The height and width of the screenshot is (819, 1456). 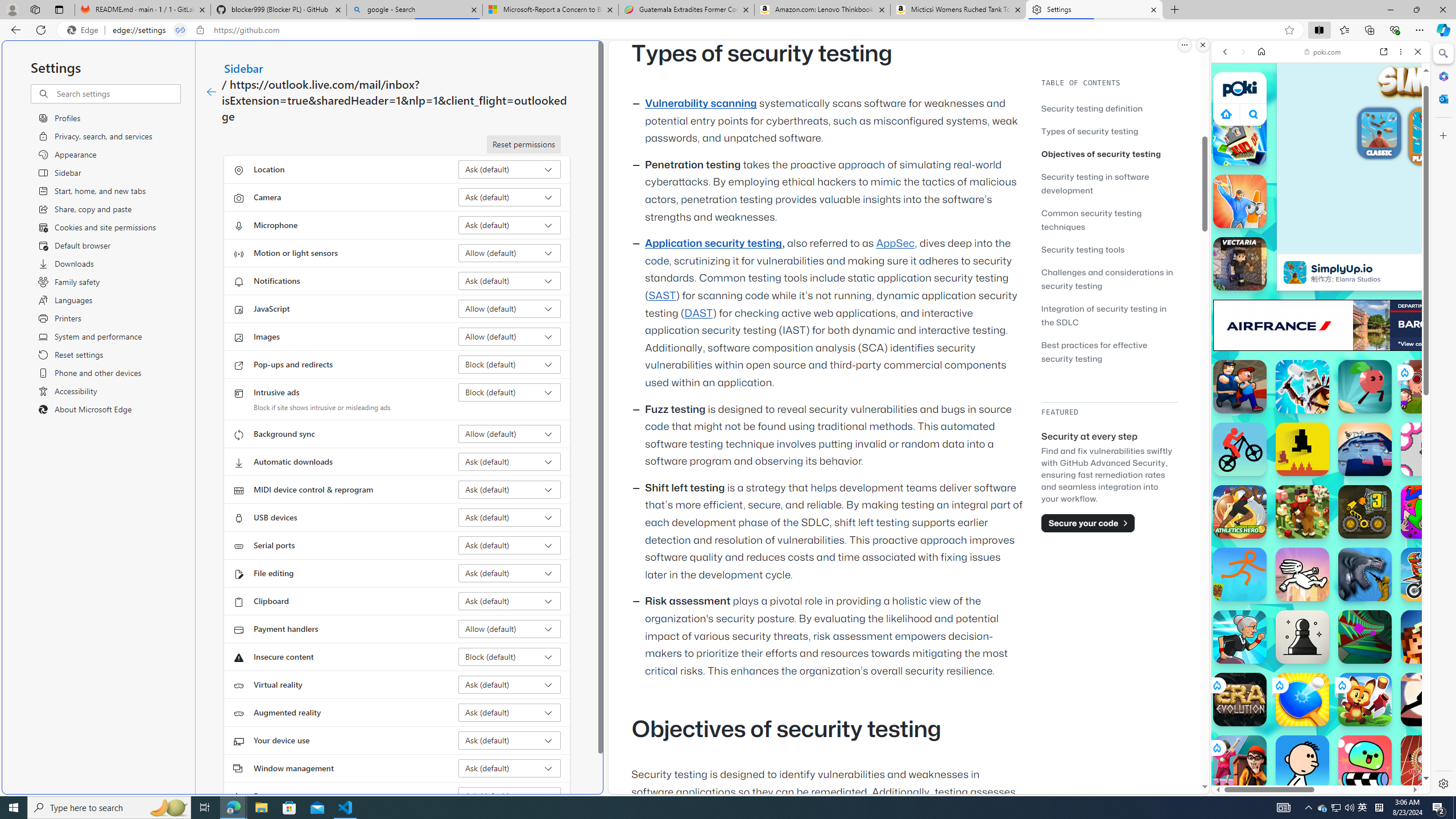 What do you see at coordinates (1428, 512) in the screenshot?
I see `'JollyWorld JollyWorld'` at bounding box center [1428, 512].